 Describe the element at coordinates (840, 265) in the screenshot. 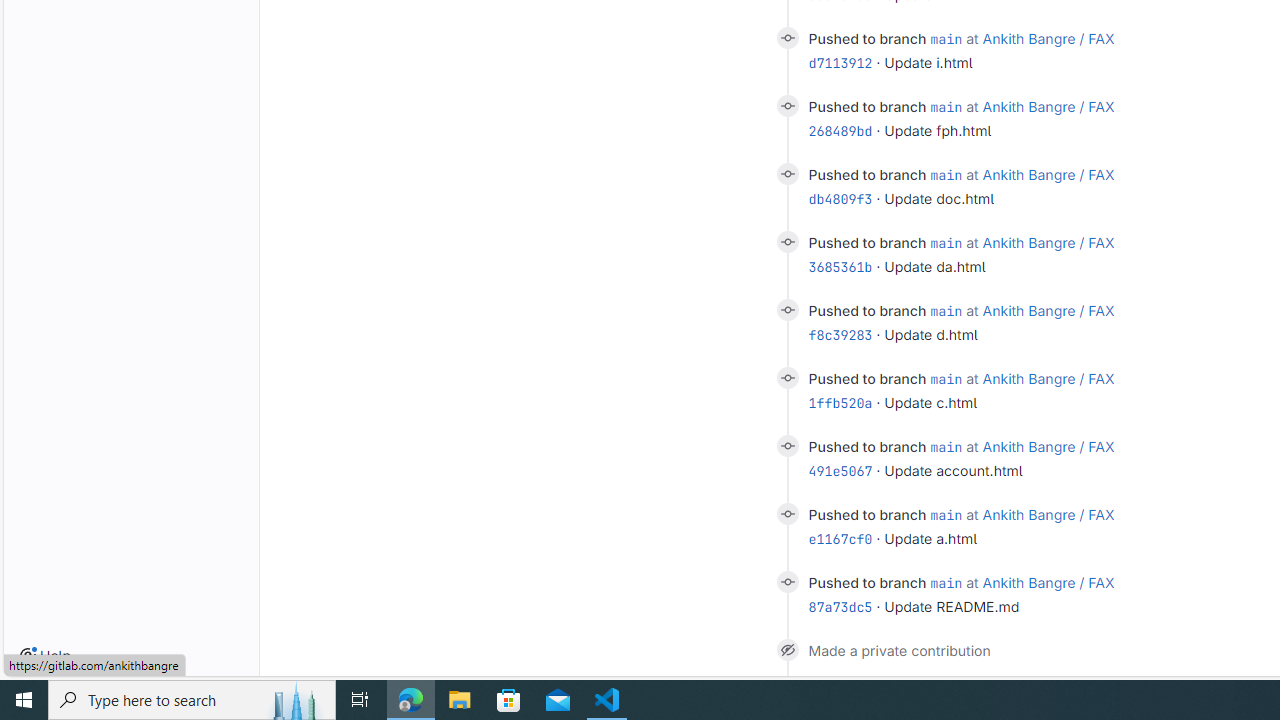

I see `'3685361b'` at that location.